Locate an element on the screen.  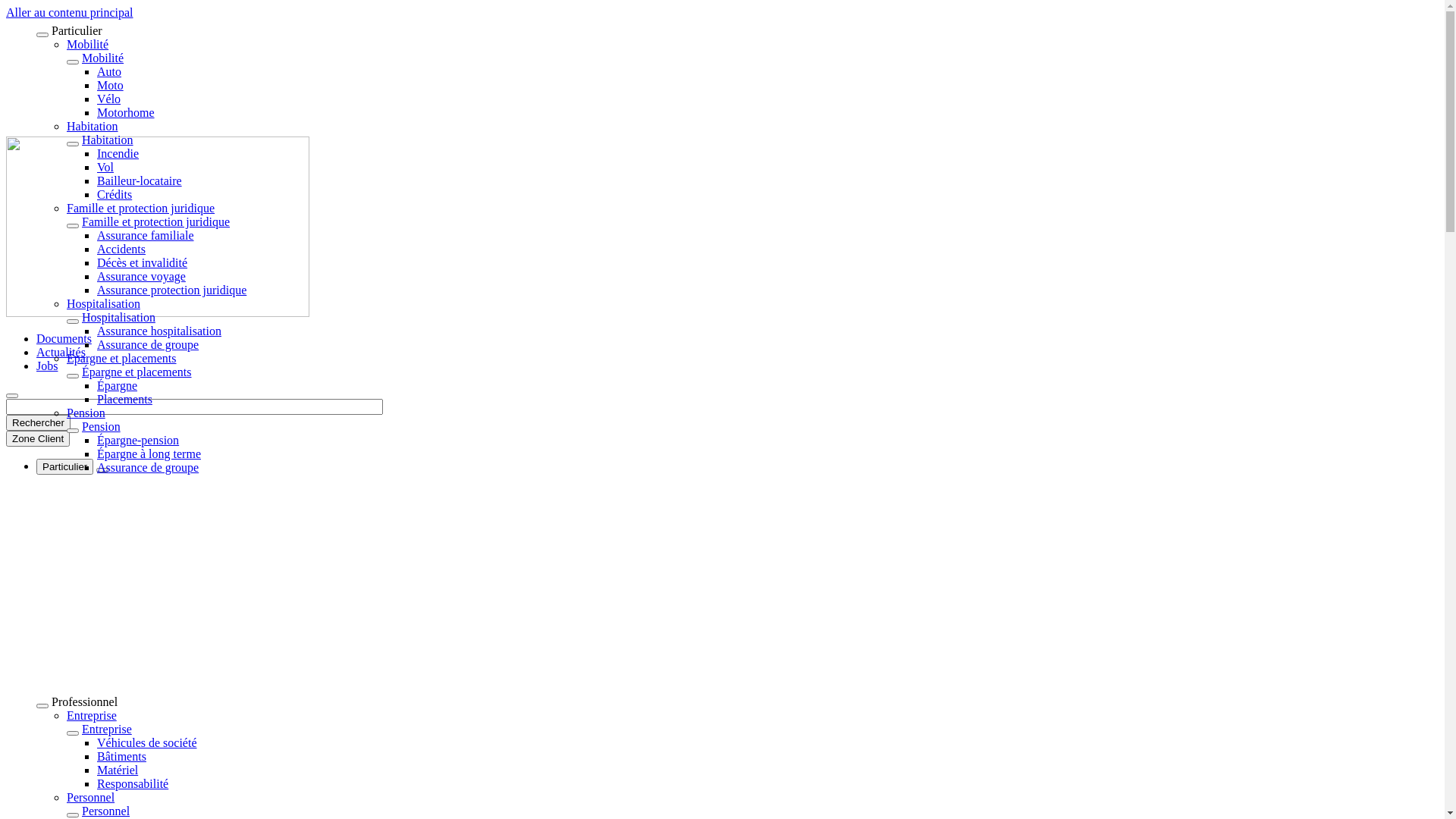
'Motorhome' is located at coordinates (126, 111).